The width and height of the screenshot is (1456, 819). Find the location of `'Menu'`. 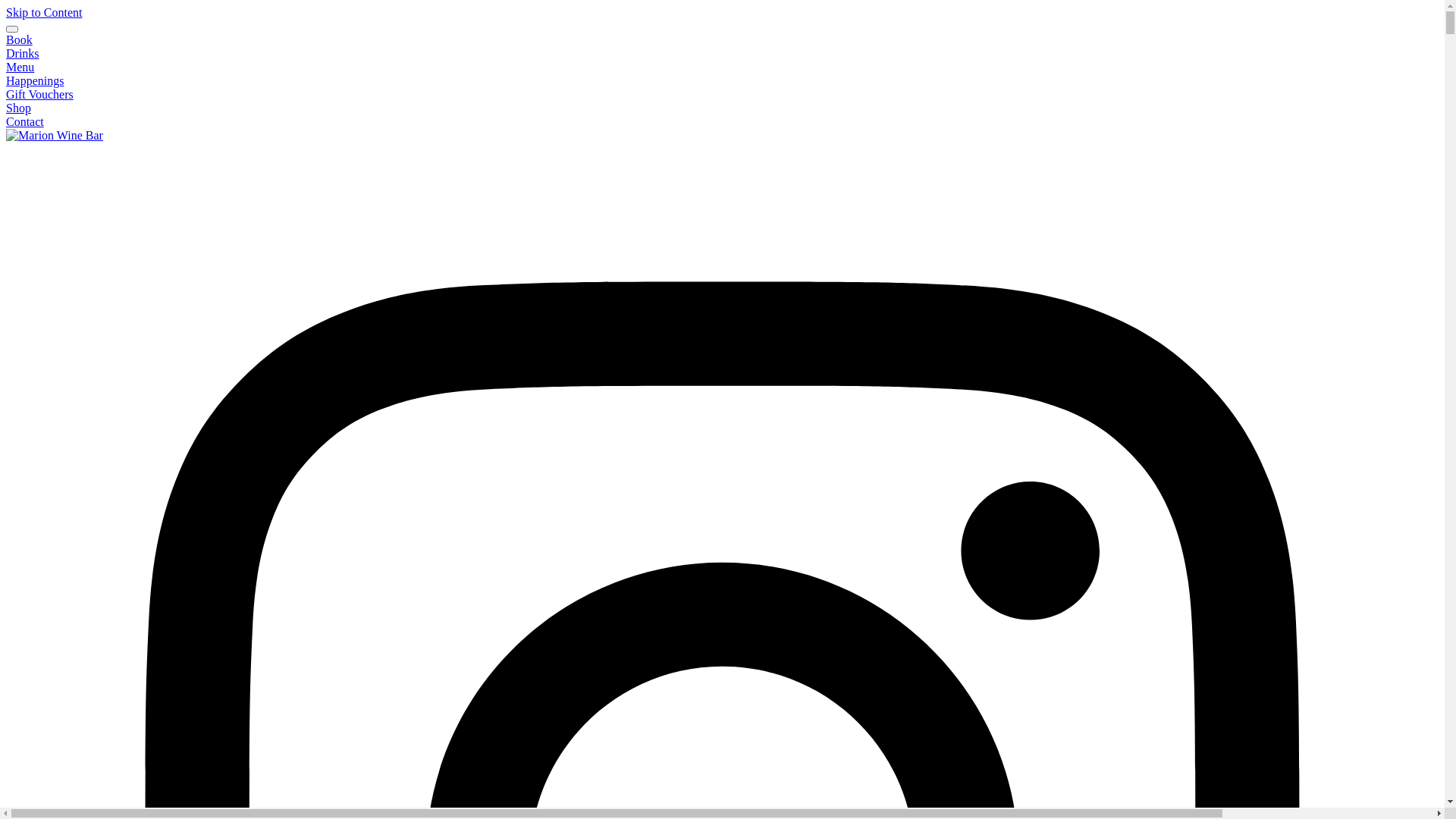

'Menu' is located at coordinates (6, 66).